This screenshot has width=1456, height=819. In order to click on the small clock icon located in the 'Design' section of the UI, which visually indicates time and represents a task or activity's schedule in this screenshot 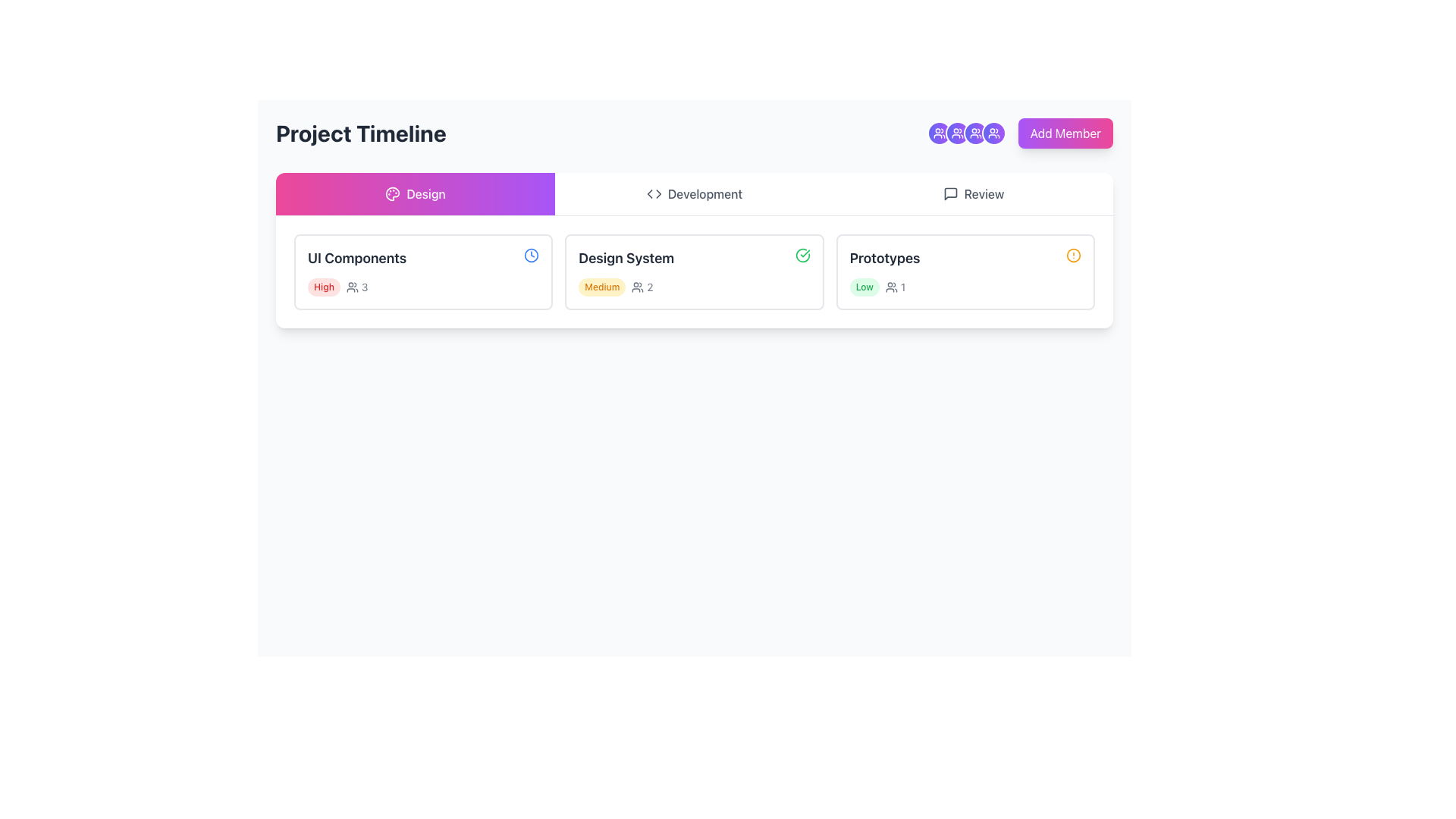, I will do `click(532, 254)`.